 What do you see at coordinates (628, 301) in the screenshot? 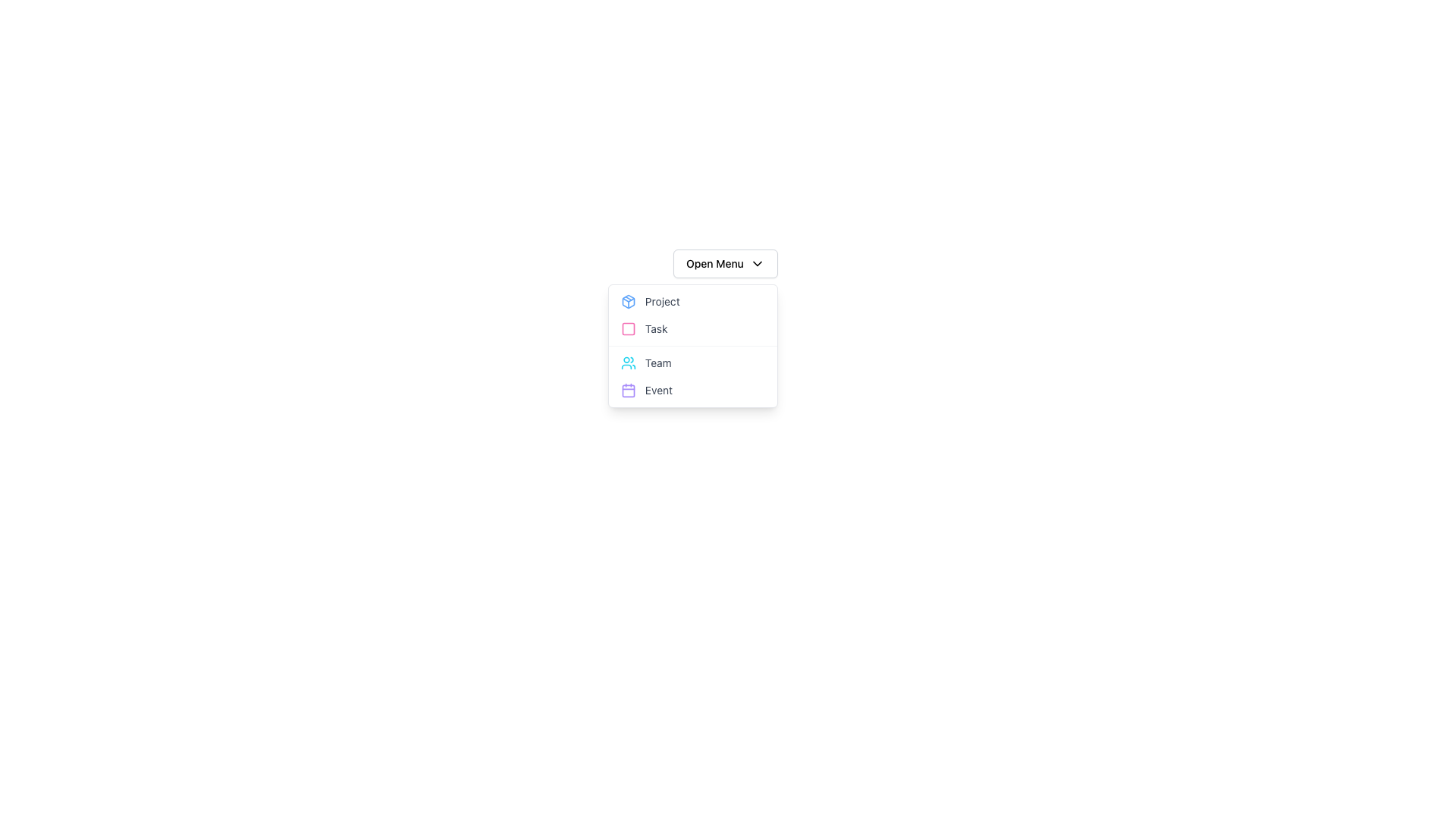
I see `the icon representing the project located to the left of the label 'Project' in the first row of the dropdown menu under 'Open Menu'` at bounding box center [628, 301].